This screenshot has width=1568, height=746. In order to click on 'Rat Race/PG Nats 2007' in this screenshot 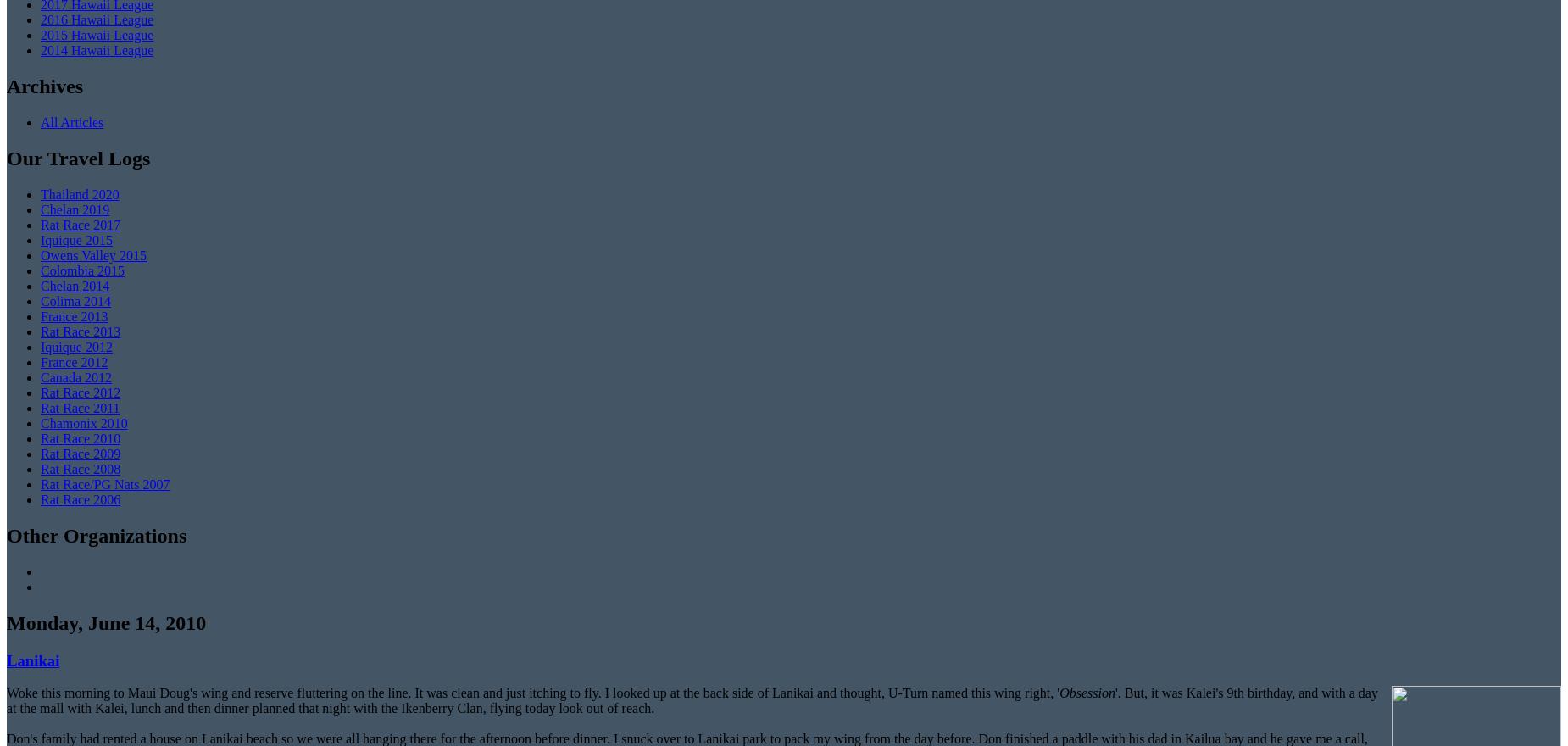, I will do `click(103, 484)`.